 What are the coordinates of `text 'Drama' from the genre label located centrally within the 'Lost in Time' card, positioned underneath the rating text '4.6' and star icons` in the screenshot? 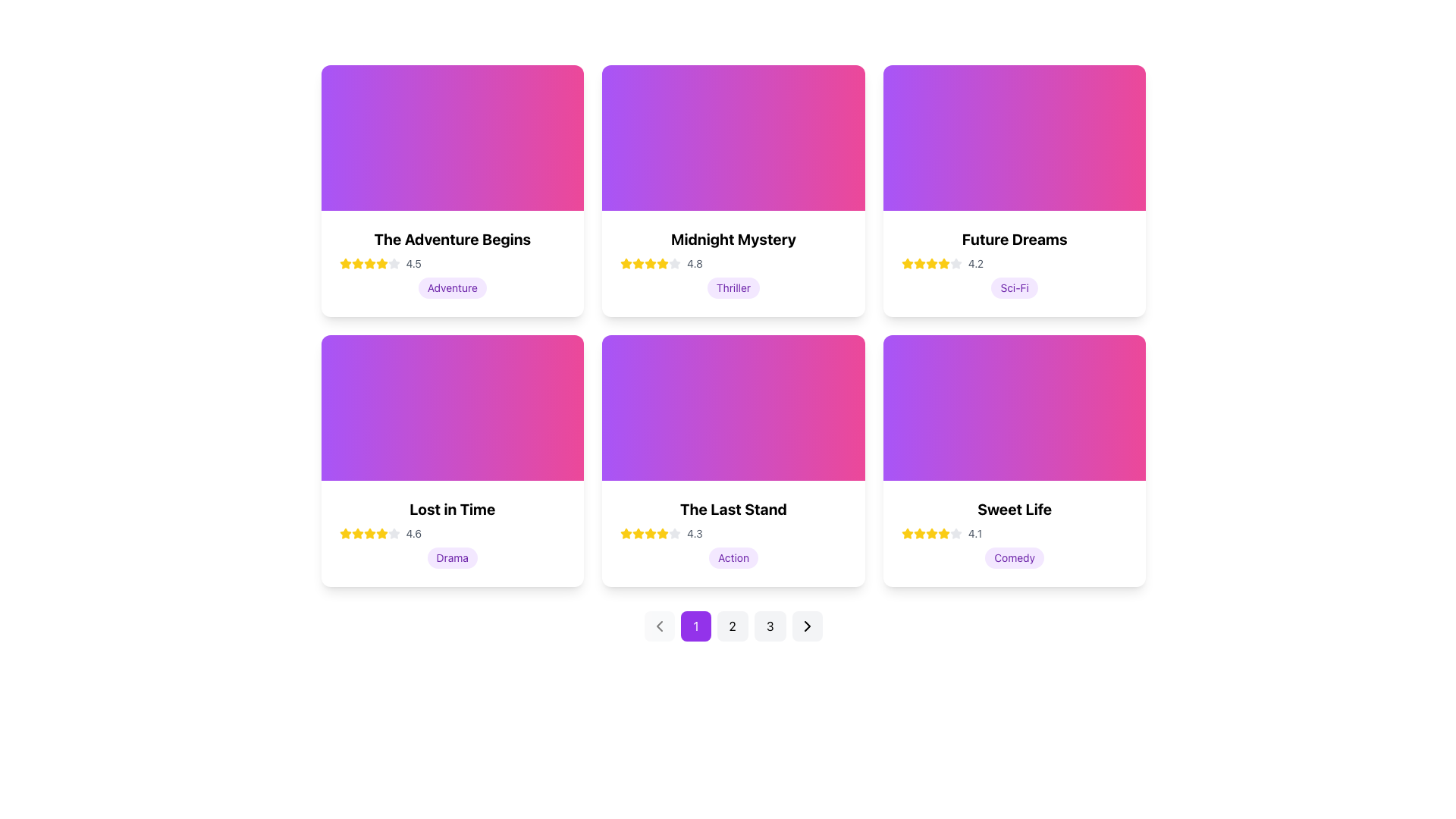 It's located at (451, 558).